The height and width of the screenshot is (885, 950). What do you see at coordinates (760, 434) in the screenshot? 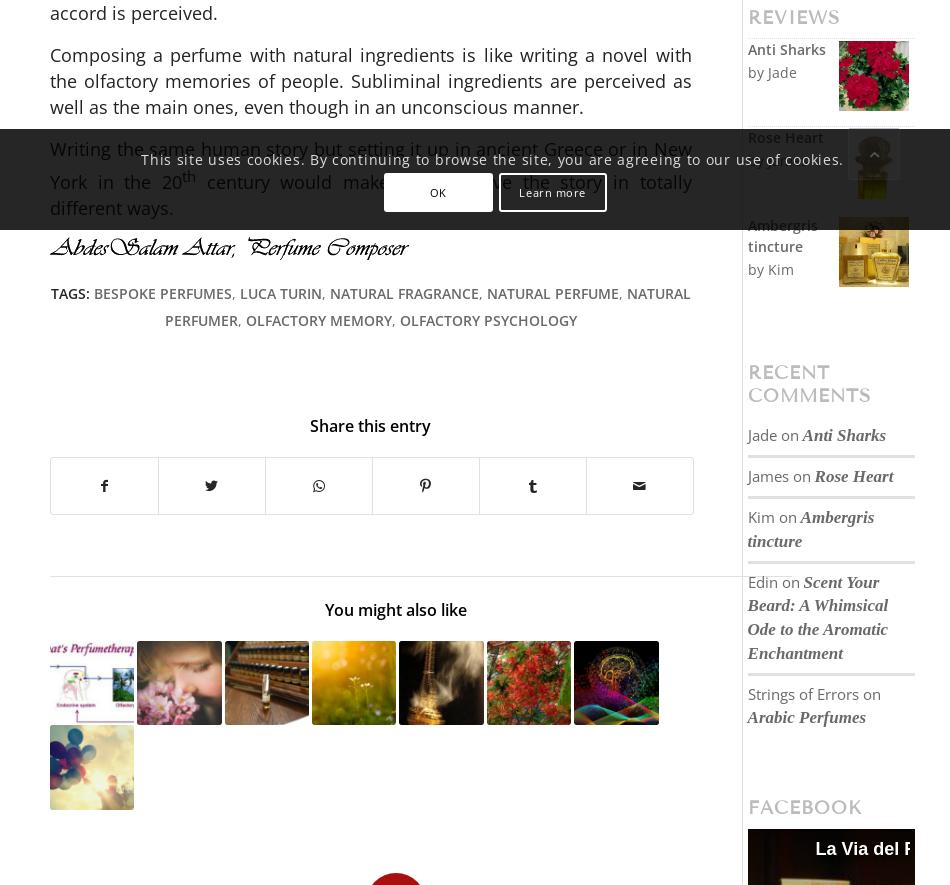
I see `'Jade'` at bounding box center [760, 434].